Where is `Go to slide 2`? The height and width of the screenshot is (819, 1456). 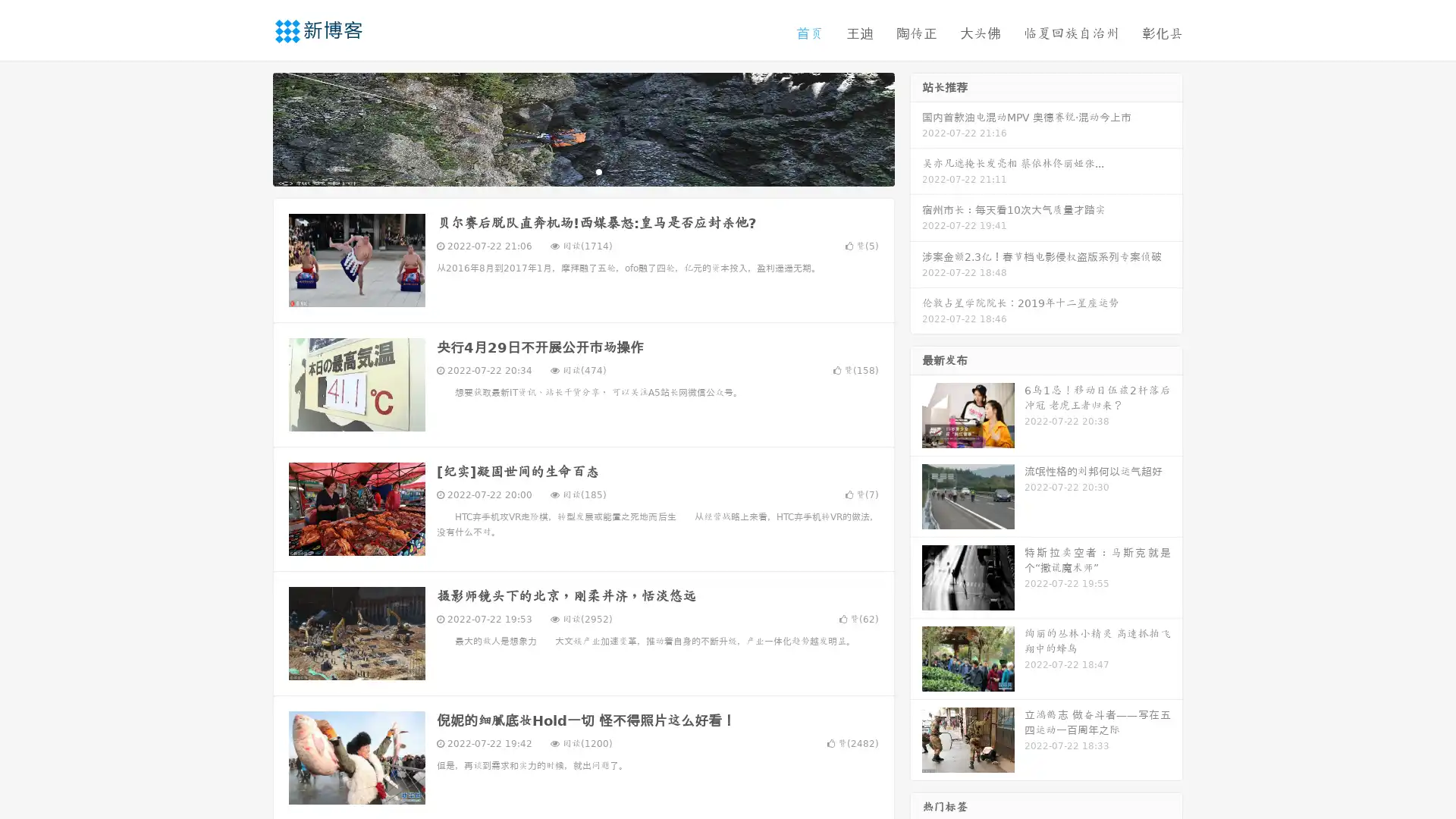
Go to slide 2 is located at coordinates (582, 171).